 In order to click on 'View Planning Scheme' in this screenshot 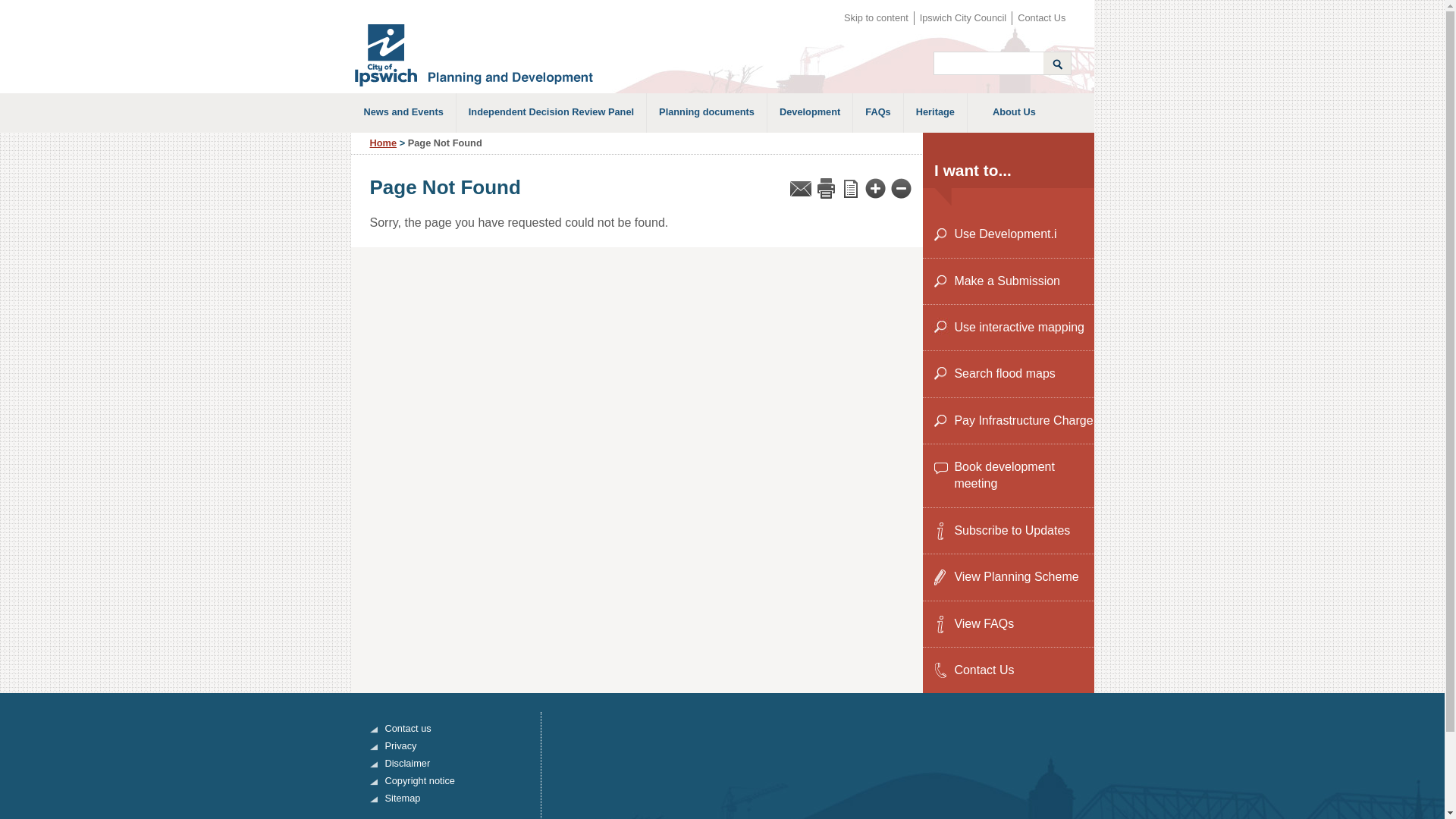, I will do `click(1012, 576)`.